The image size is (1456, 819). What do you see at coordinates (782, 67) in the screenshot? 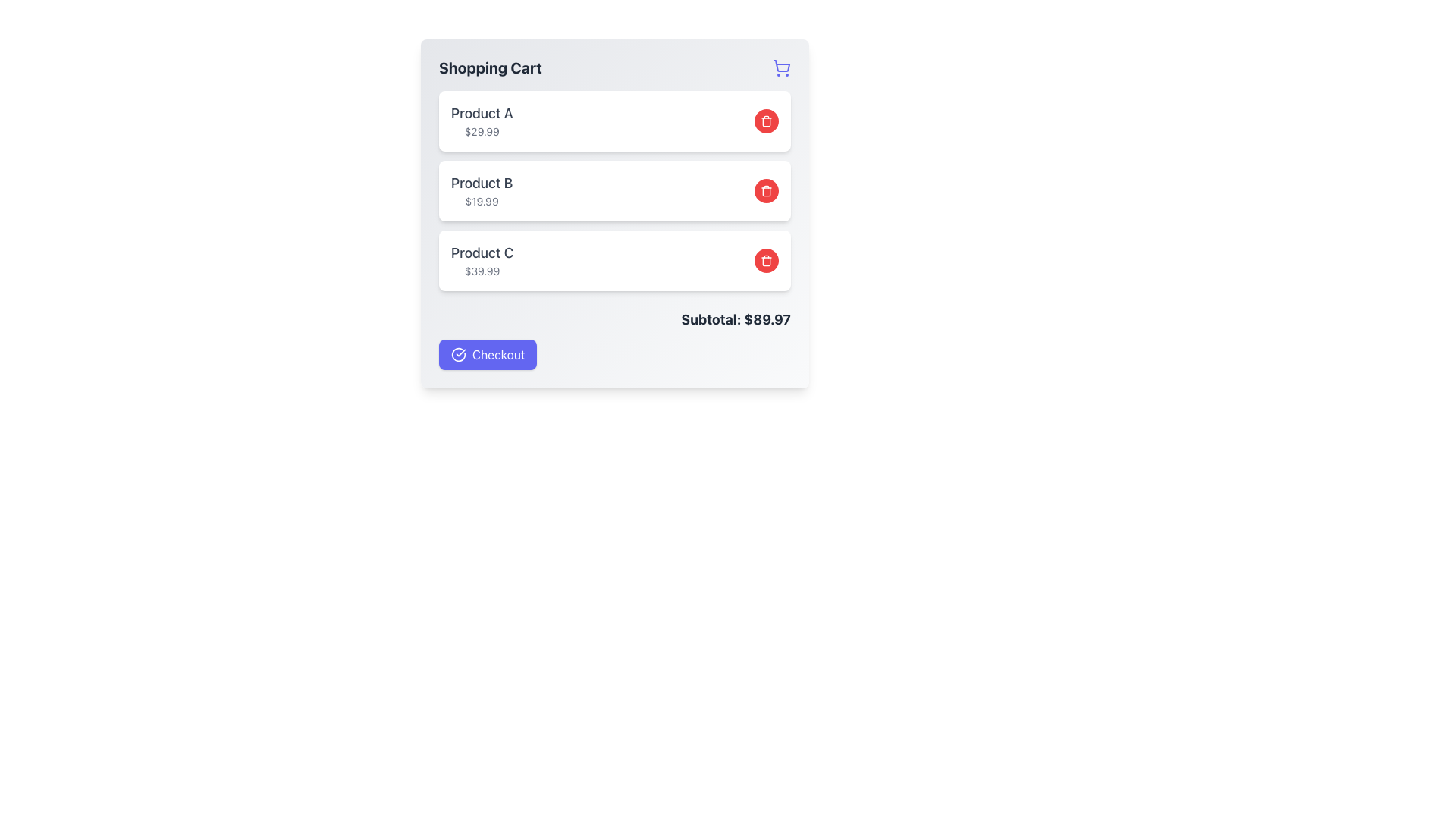
I see `the shopping cart icon located on the far right side of the header section of the 'Shopping Cart' area, adjacent to the title text` at bounding box center [782, 67].